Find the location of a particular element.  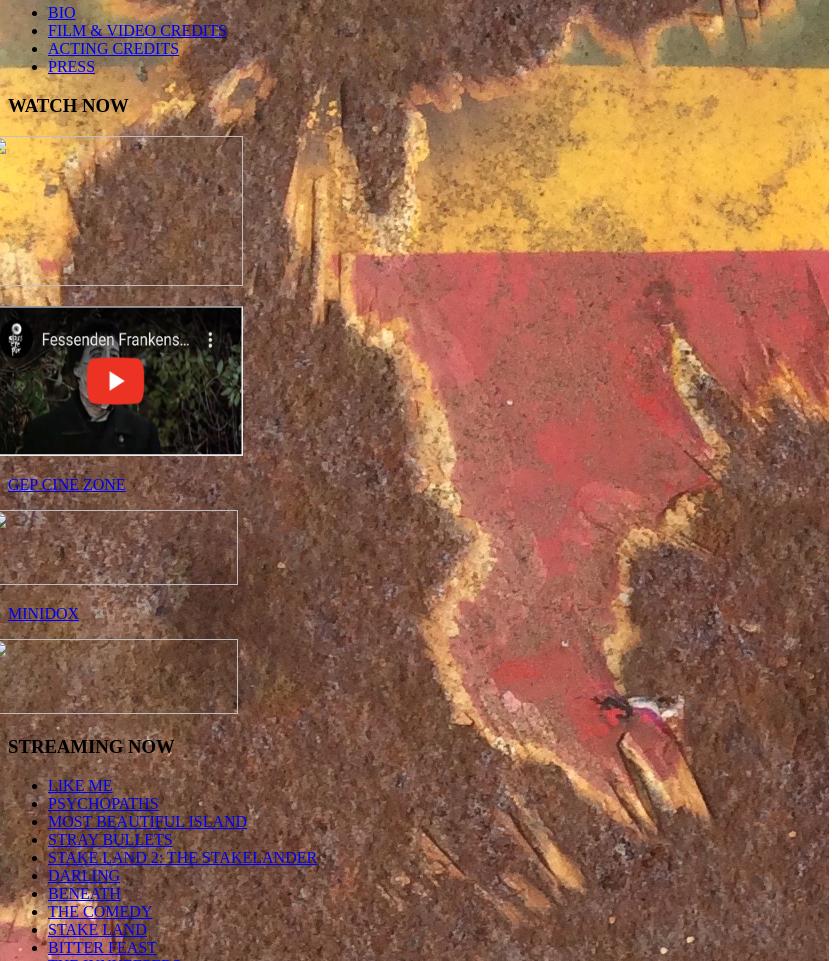

'BITTER FEAST' is located at coordinates (101, 947).